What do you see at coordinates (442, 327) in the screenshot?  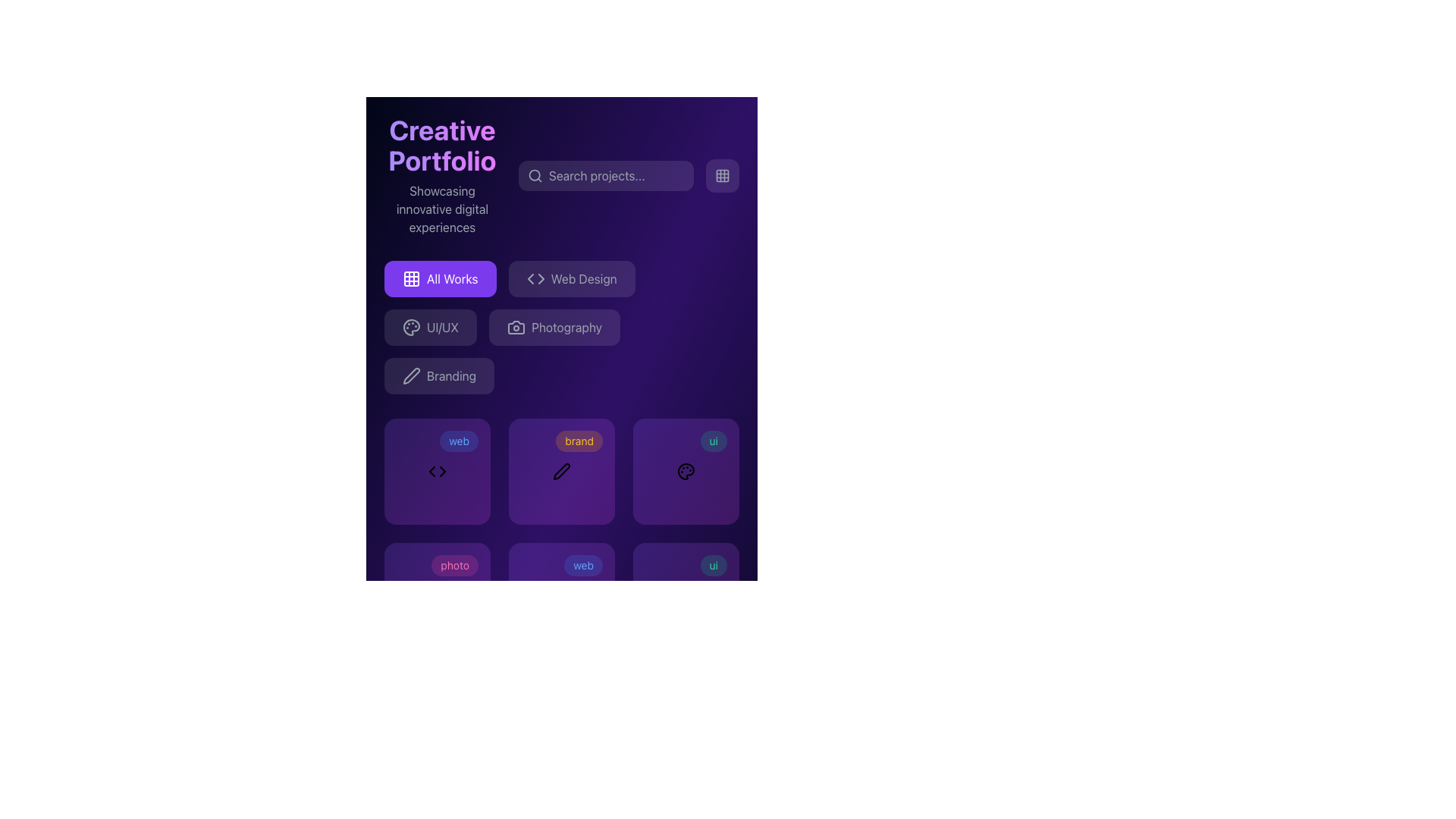 I see `the 'UI/UX' text label, which is styled in bold sans-serif font and light gray color` at bounding box center [442, 327].